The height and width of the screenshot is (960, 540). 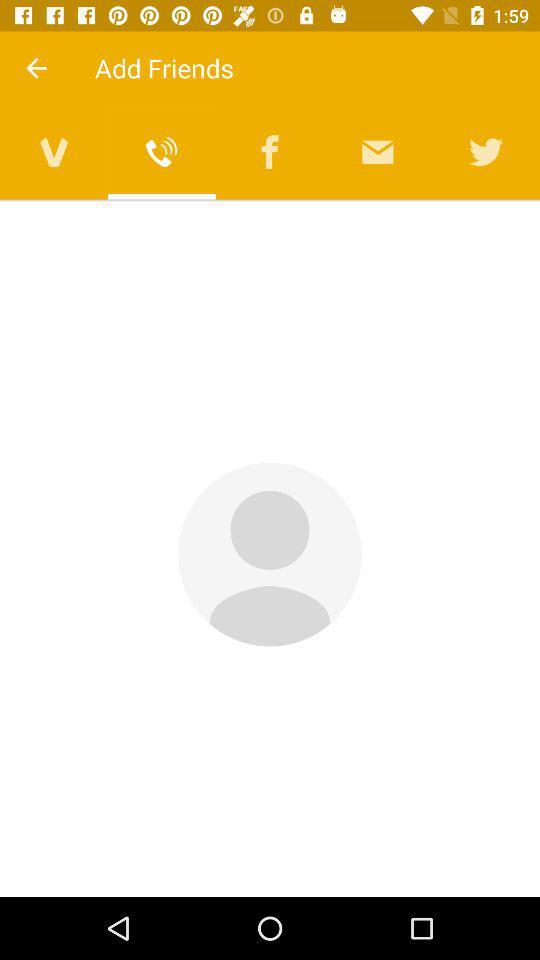 What do you see at coordinates (54, 151) in the screenshot?
I see `go to` at bounding box center [54, 151].